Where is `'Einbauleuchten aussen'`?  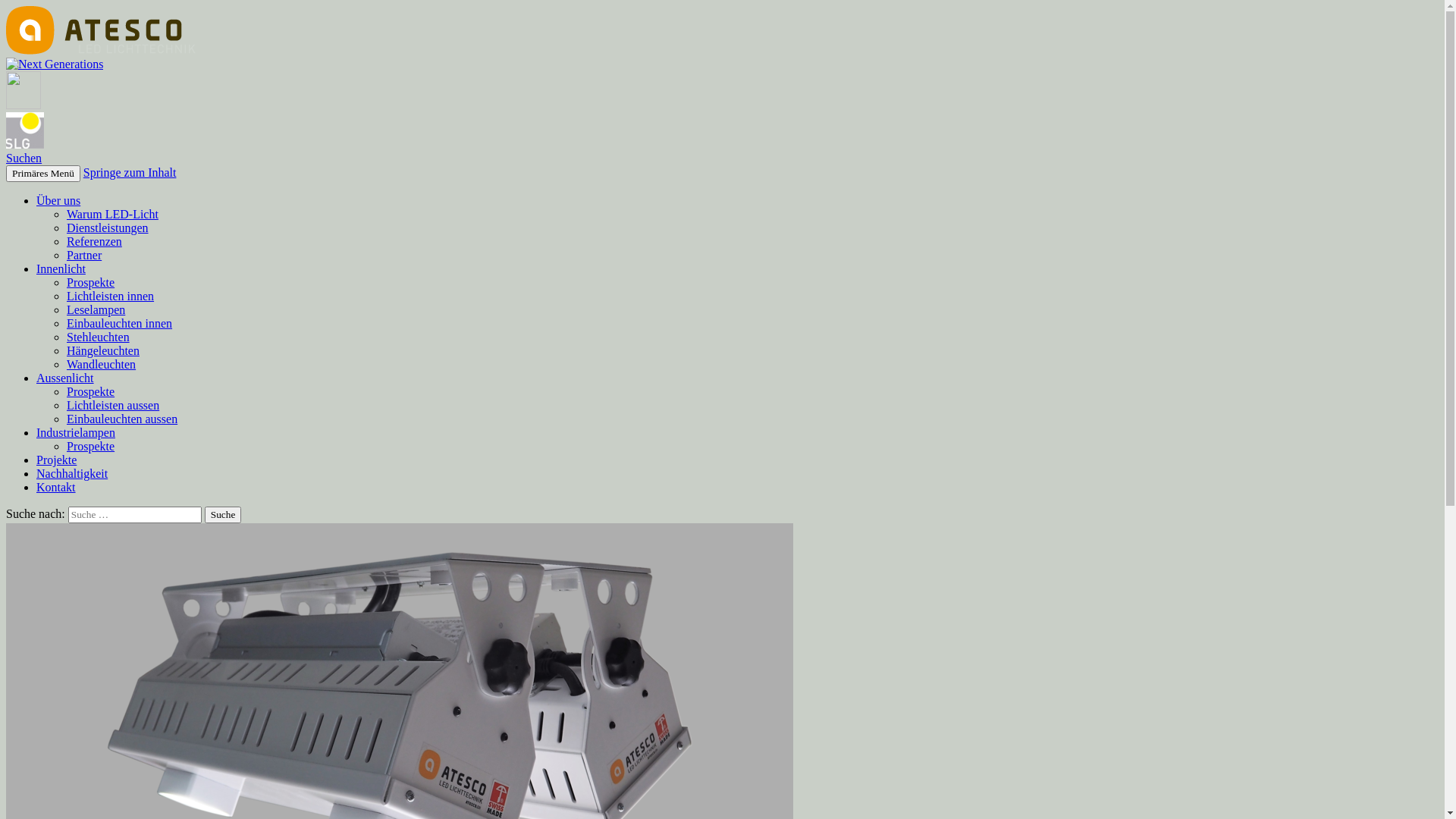 'Einbauleuchten aussen' is located at coordinates (122, 419).